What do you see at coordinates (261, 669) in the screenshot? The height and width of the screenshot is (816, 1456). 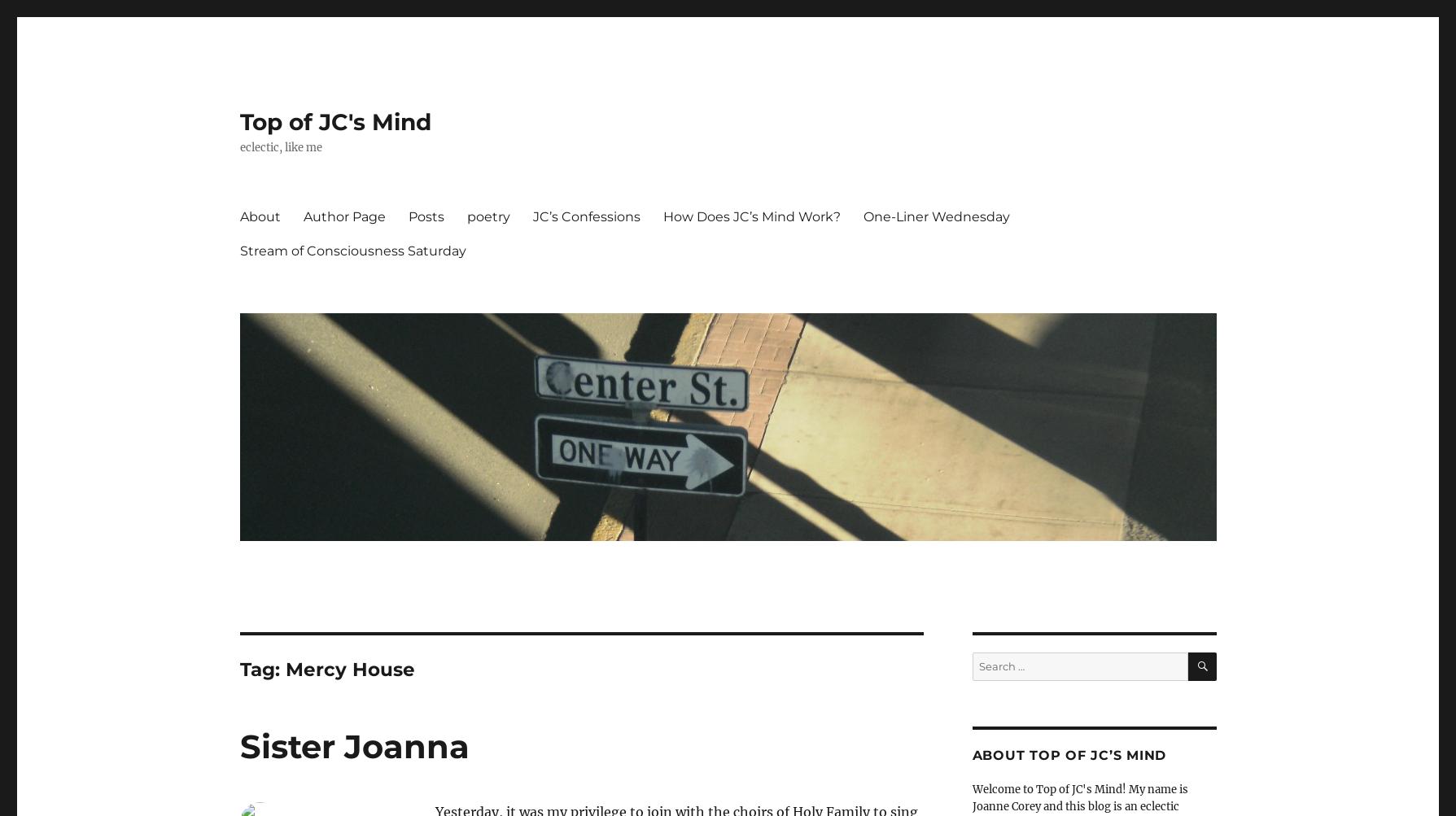 I see `'Tag:'` at bounding box center [261, 669].